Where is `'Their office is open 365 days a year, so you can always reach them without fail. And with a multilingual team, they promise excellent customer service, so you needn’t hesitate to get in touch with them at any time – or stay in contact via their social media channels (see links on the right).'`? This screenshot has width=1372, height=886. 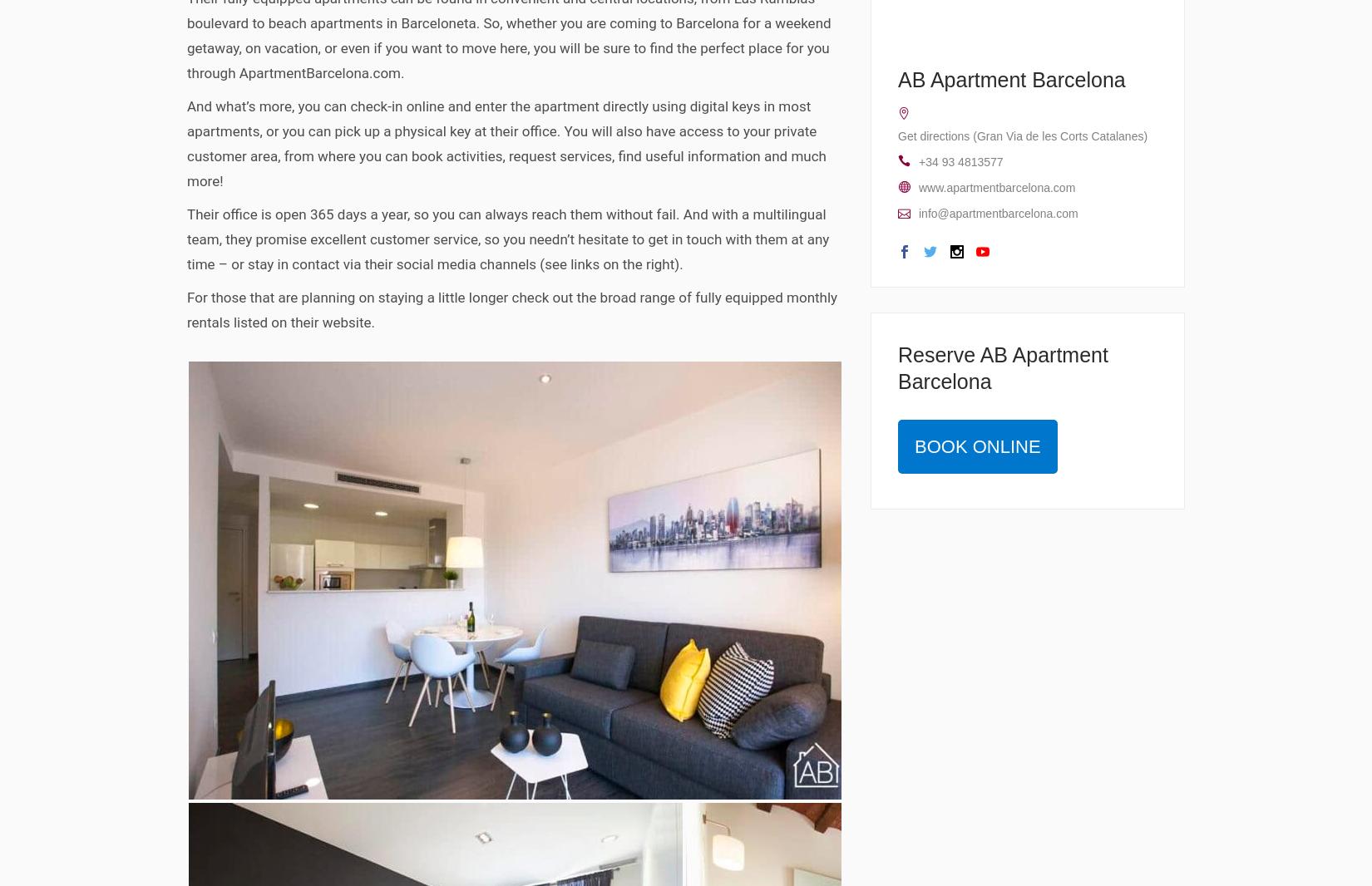
'Their office is open 365 days a year, so you can always reach them without fail. And with a multilingual team, they promise excellent customer service, so you needn’t hesitate to get in touch with them at any time – or stay in contact via their social media channels (see links on the right).' is located at coordinates (506, 238).